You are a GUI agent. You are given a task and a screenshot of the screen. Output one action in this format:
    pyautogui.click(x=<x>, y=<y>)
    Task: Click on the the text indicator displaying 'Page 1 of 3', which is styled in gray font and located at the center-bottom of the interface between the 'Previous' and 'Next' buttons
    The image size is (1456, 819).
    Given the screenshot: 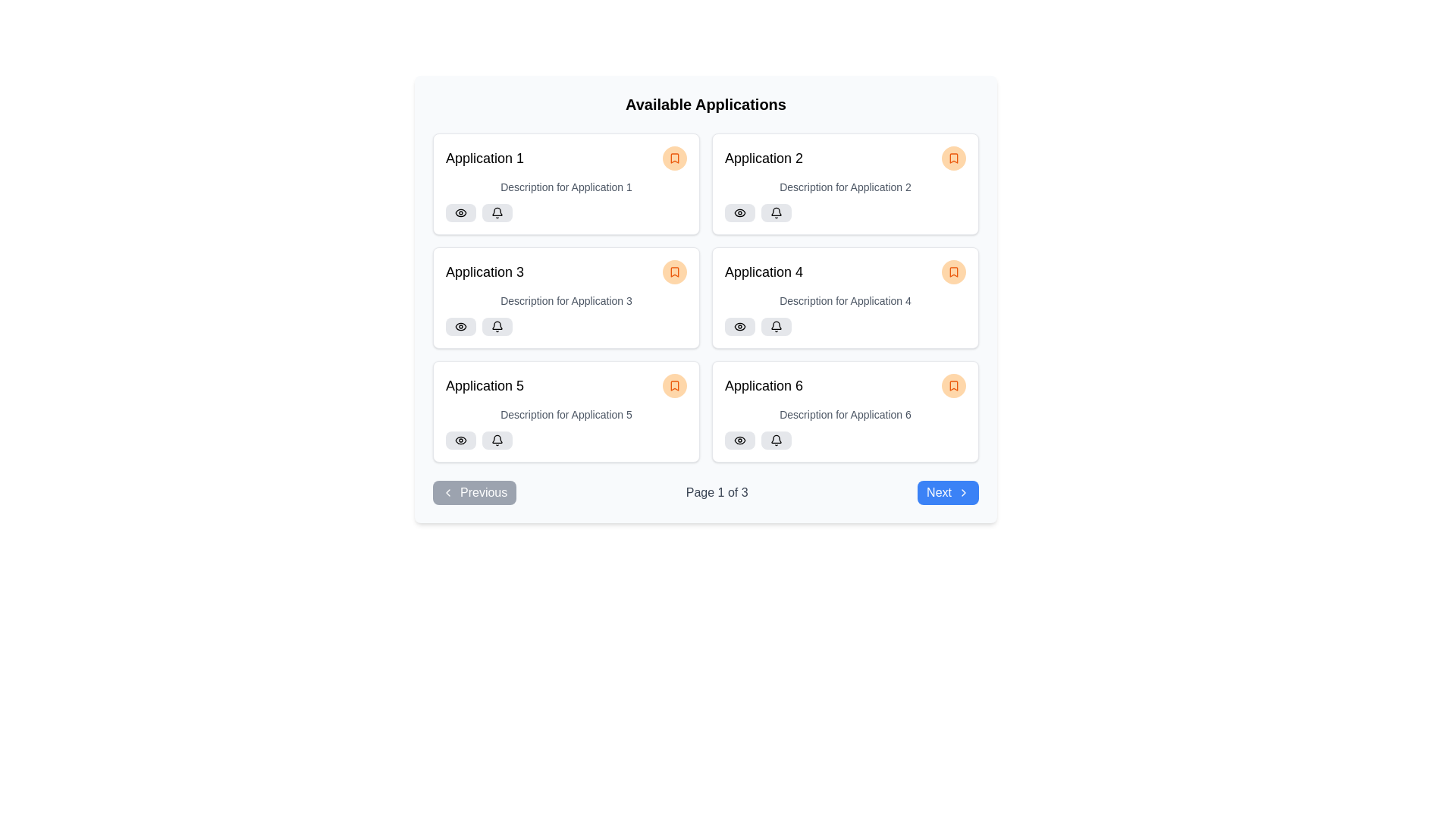 What is the action you would take?
    pyautogui.click(x=716, y=493)
    